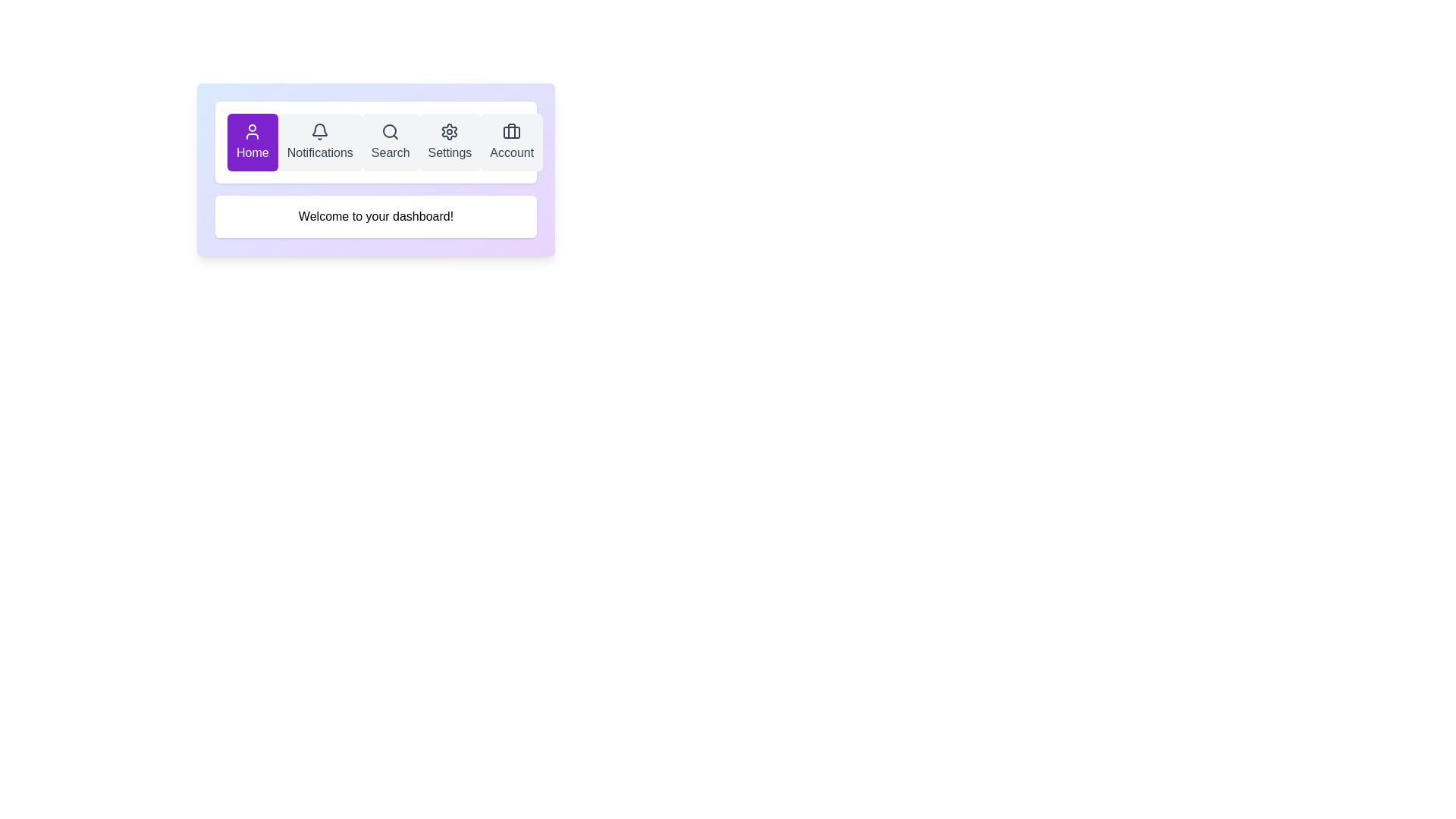 The height and width of the screenshot is (819, 1456). What do you see at coordinates (375, 216) in the screenshot?
I see `the welcome text label located centrally below the navigation bar in the personal dashboard` at bounding box center [375, 216].